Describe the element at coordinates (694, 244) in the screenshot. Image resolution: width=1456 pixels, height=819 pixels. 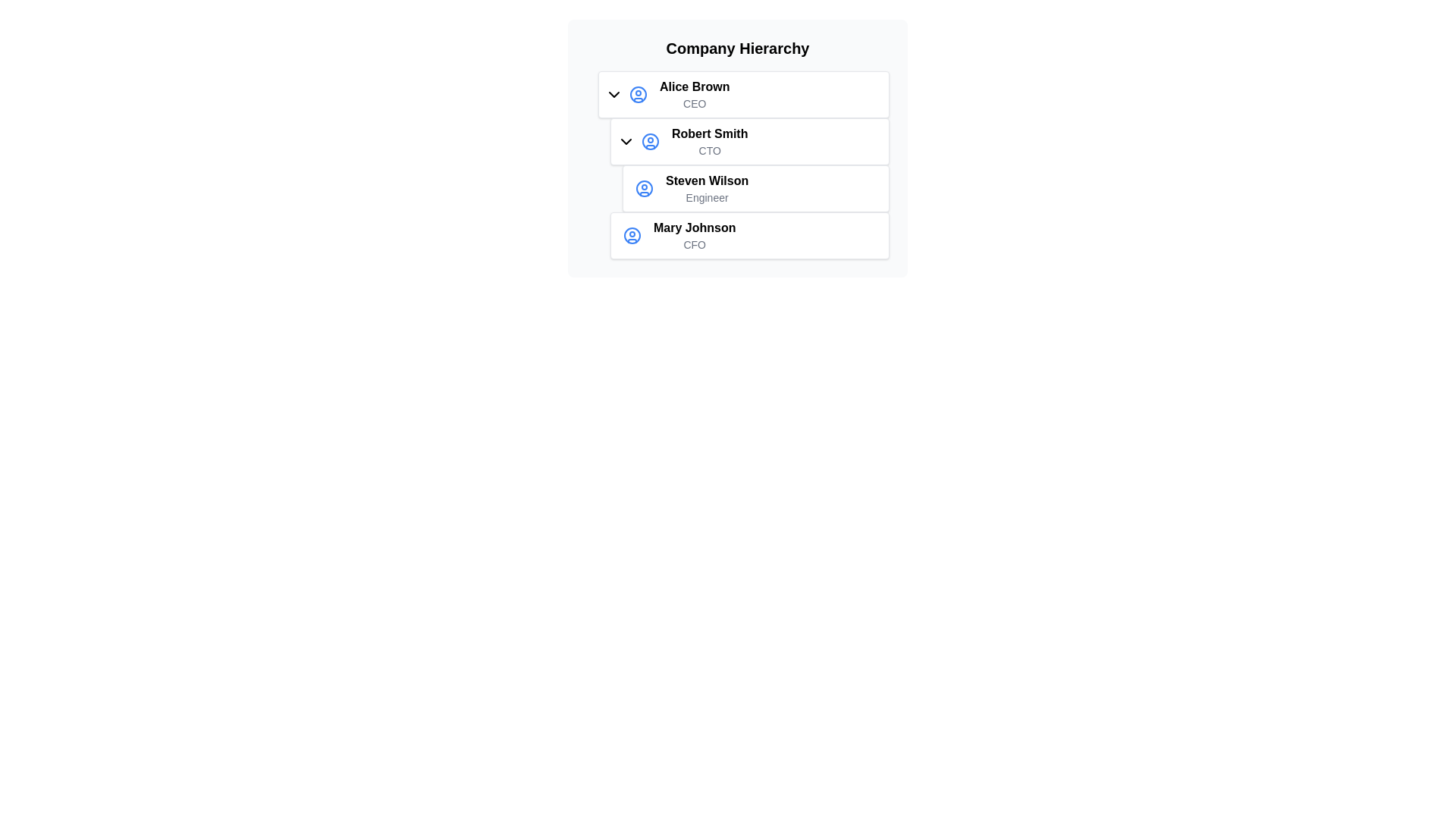
I see `the text display component showing 'CFO' in a small, gray font, located beneath 'Mary Johnson'` at that location.